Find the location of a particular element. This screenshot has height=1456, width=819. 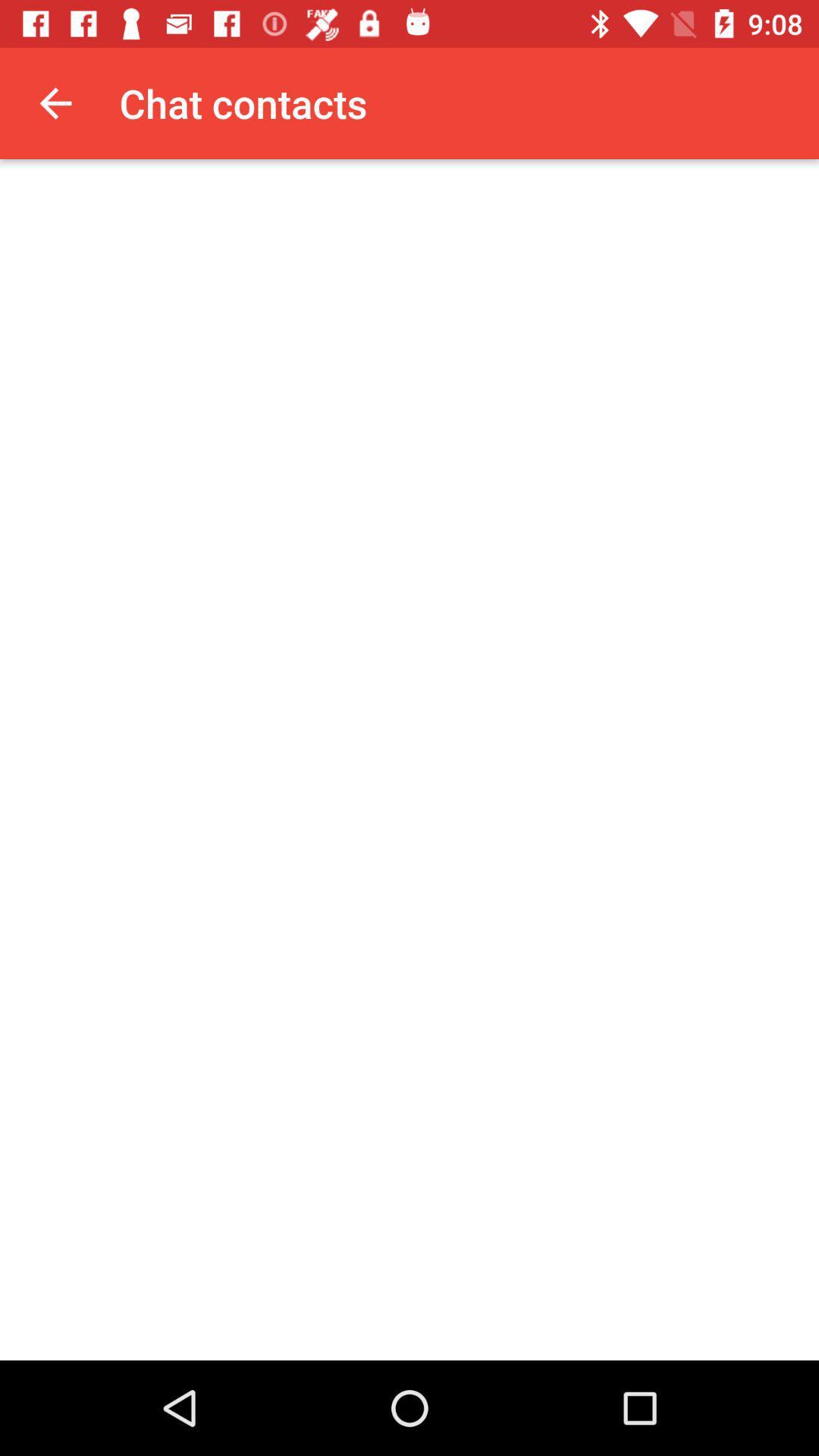

the app to the left of the chat contacts is located at coordinates (55, 102).